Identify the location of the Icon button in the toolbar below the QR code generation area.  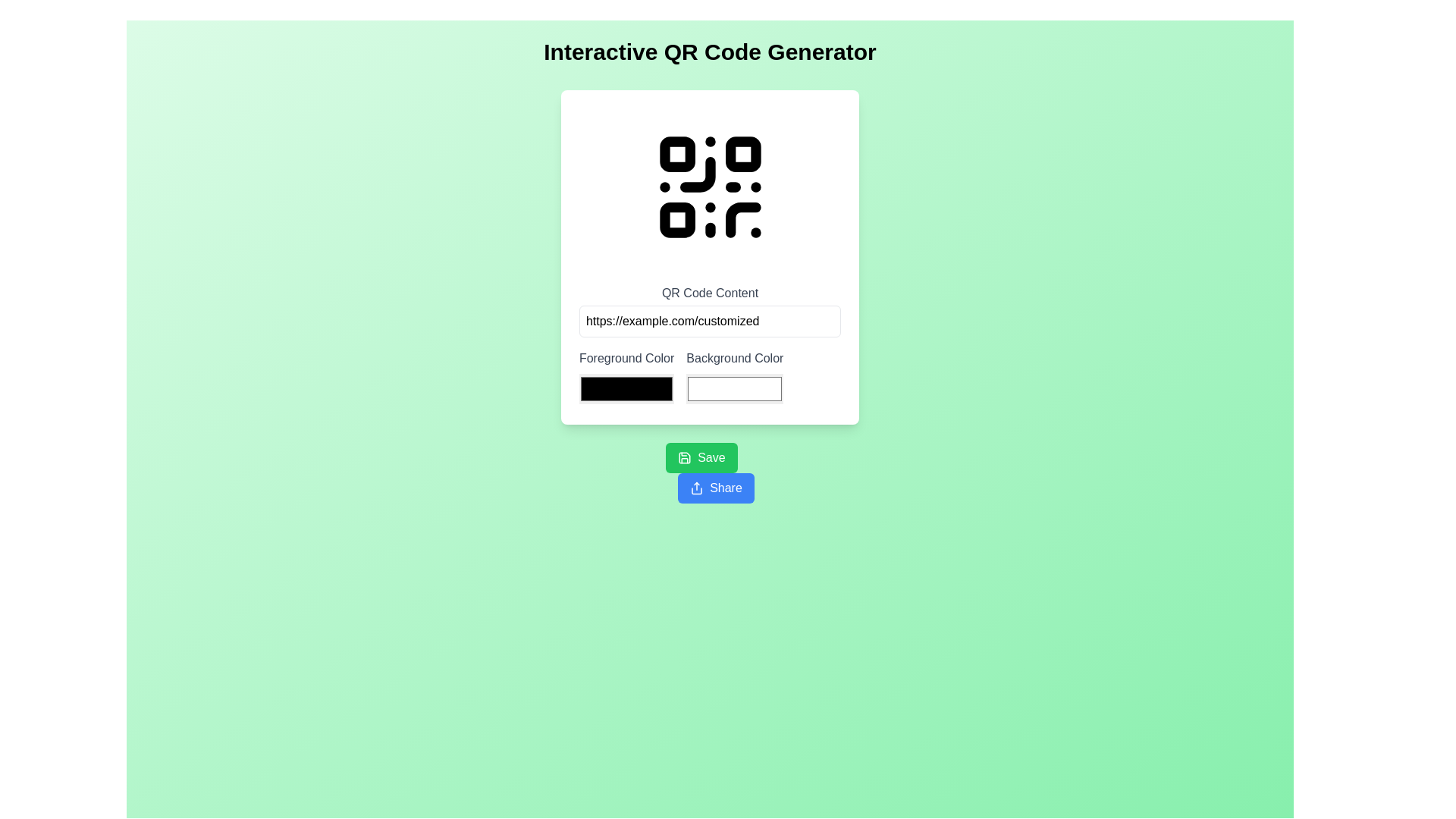
(684, 457).